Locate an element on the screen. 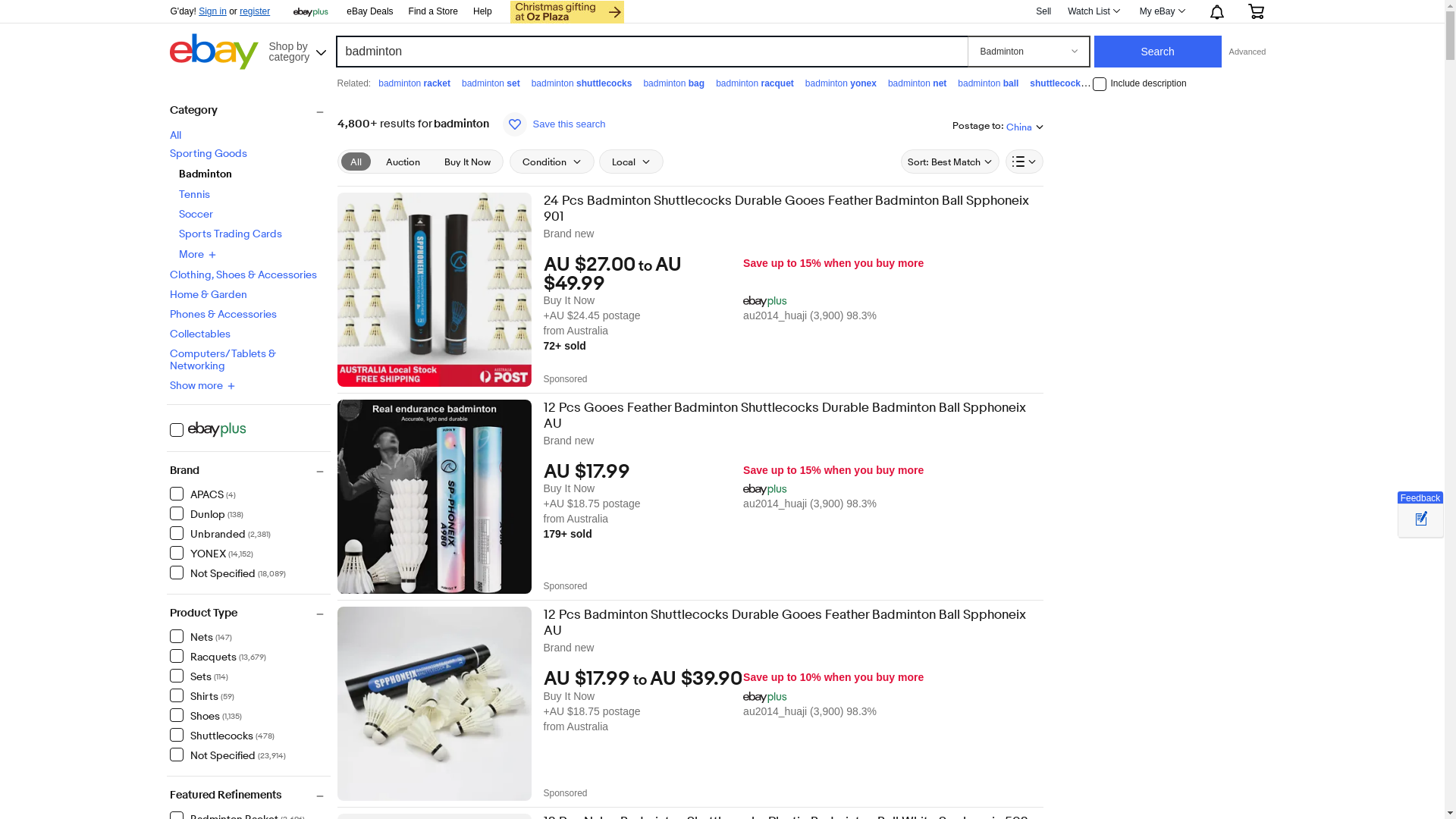 The image size is (1456, 819). 'Not Specified is located at coordinates (227, 755).